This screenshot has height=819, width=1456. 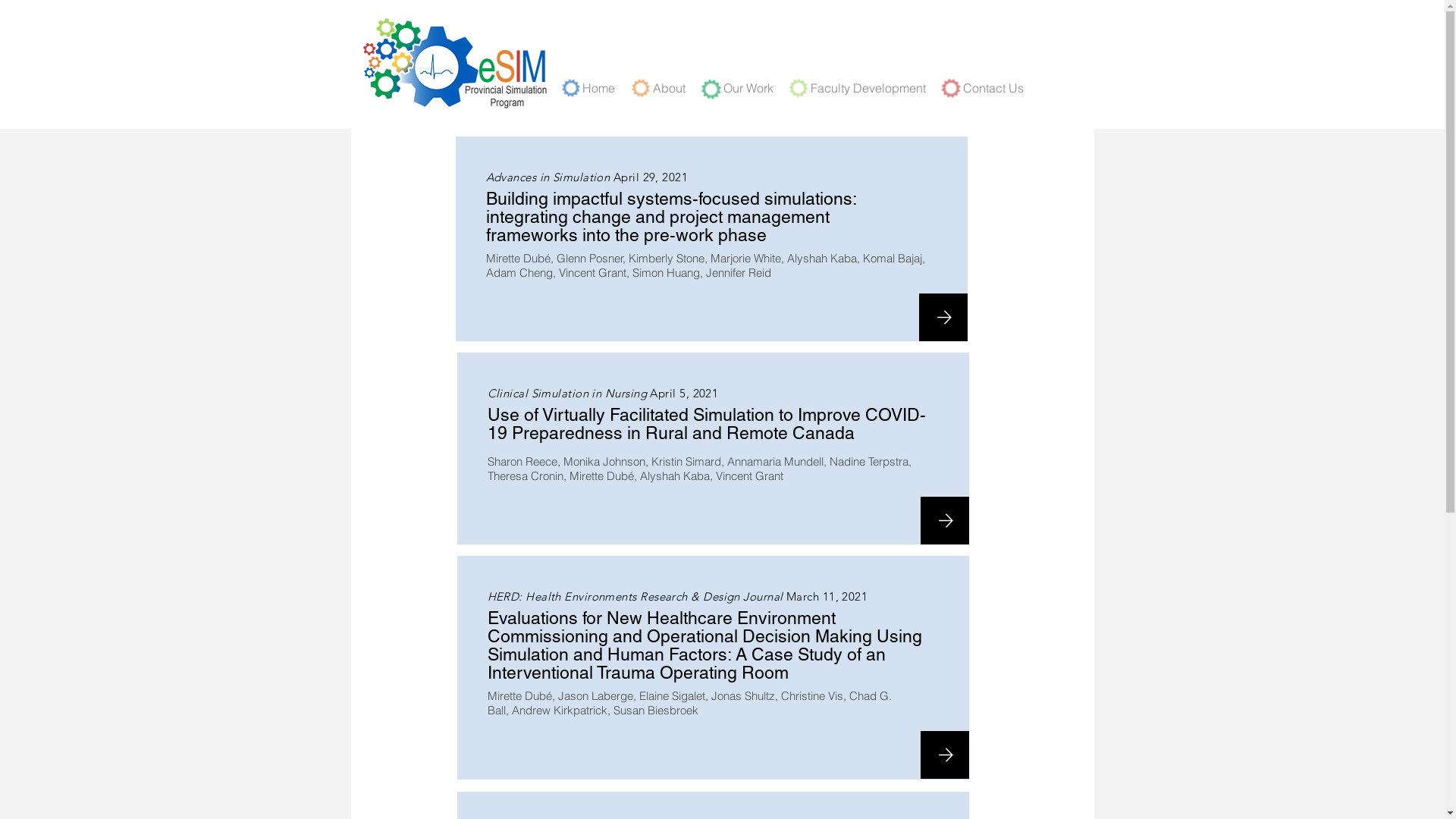 I want to click on 'Jonas Shultz', so click(x=742, y=695).